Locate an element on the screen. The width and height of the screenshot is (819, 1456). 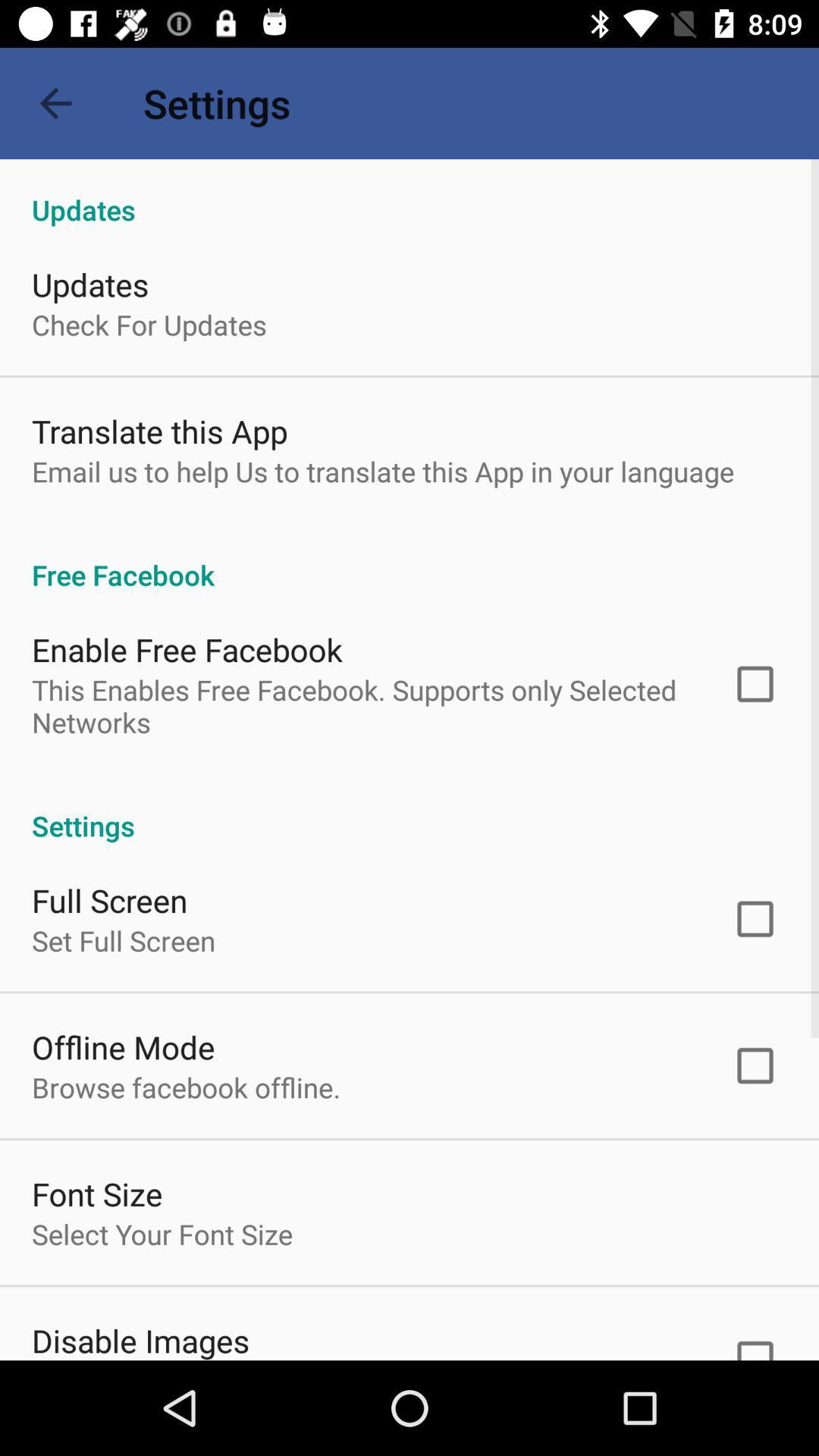
icon above font size icon is located at coordinates (185, 1087).